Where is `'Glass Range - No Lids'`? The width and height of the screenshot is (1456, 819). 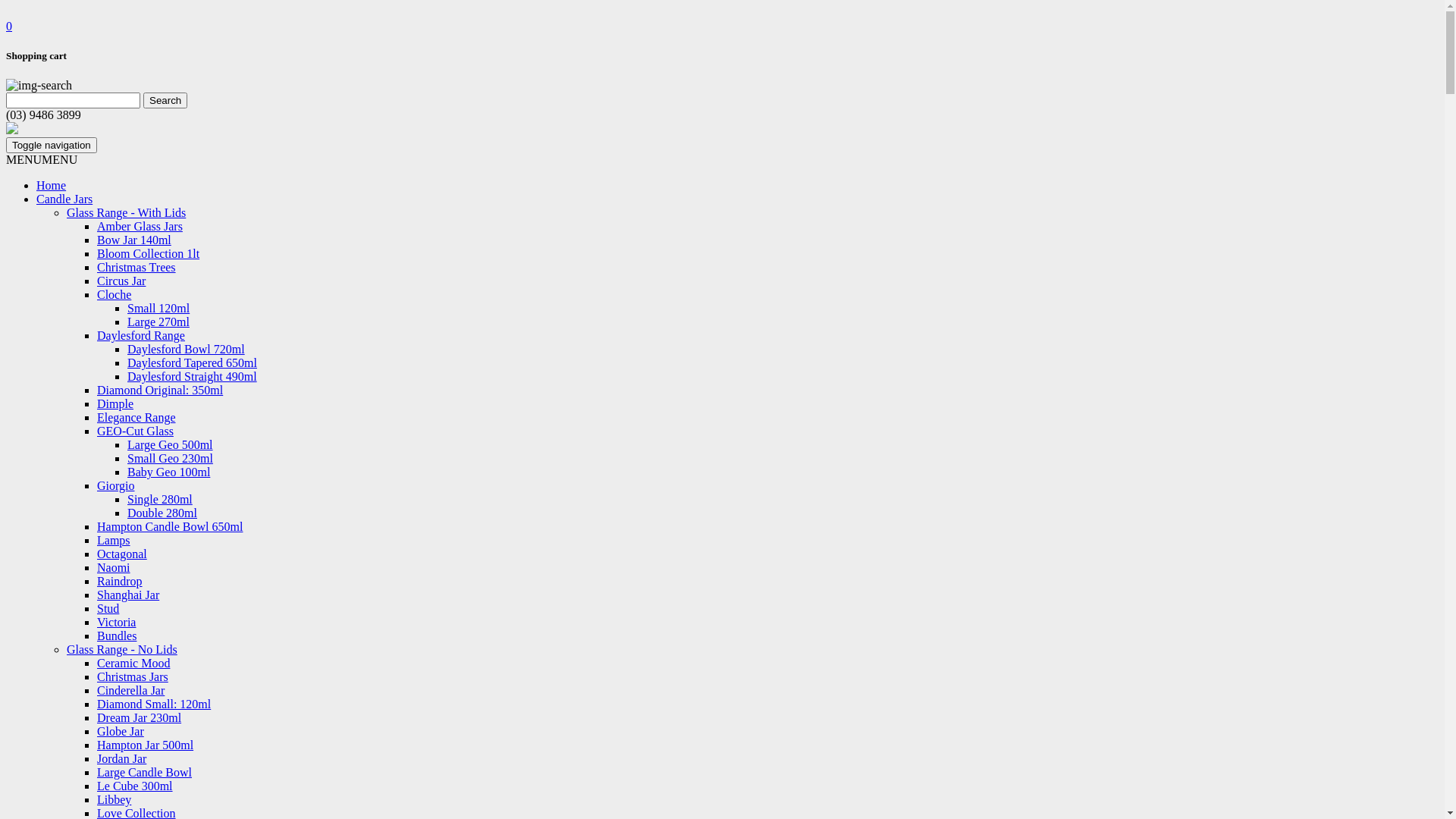
'Glass Range - No Lids' is located at coordinates (122, 648).